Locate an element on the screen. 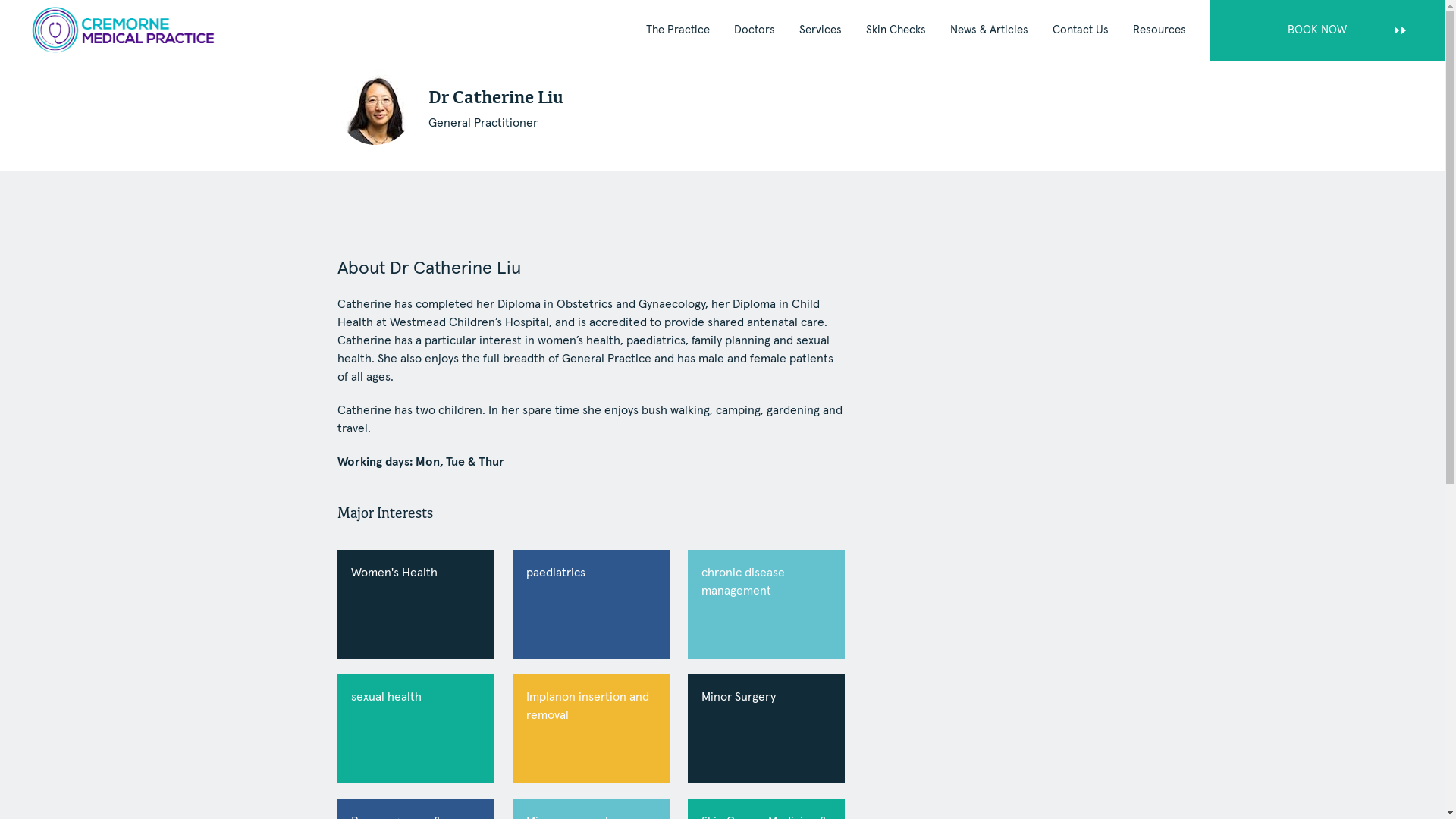  'BOOK NOW' is located at coordinates (1326, 30).